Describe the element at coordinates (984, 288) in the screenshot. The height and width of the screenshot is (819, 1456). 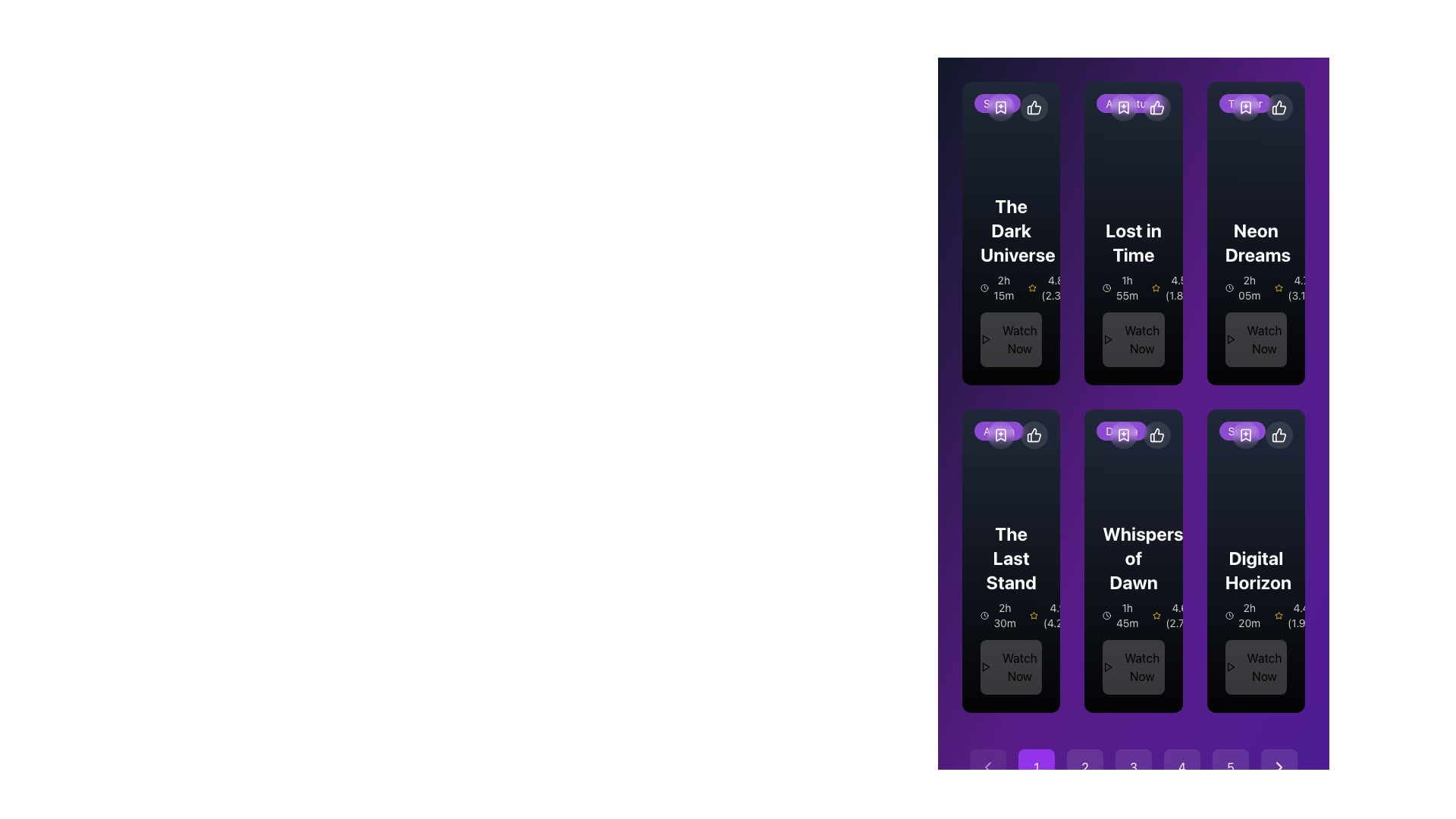
I see `the time or duration icon located in the top left corner of the grid card titled 'The Dark Universe', positioned within the card's header area` at that location.